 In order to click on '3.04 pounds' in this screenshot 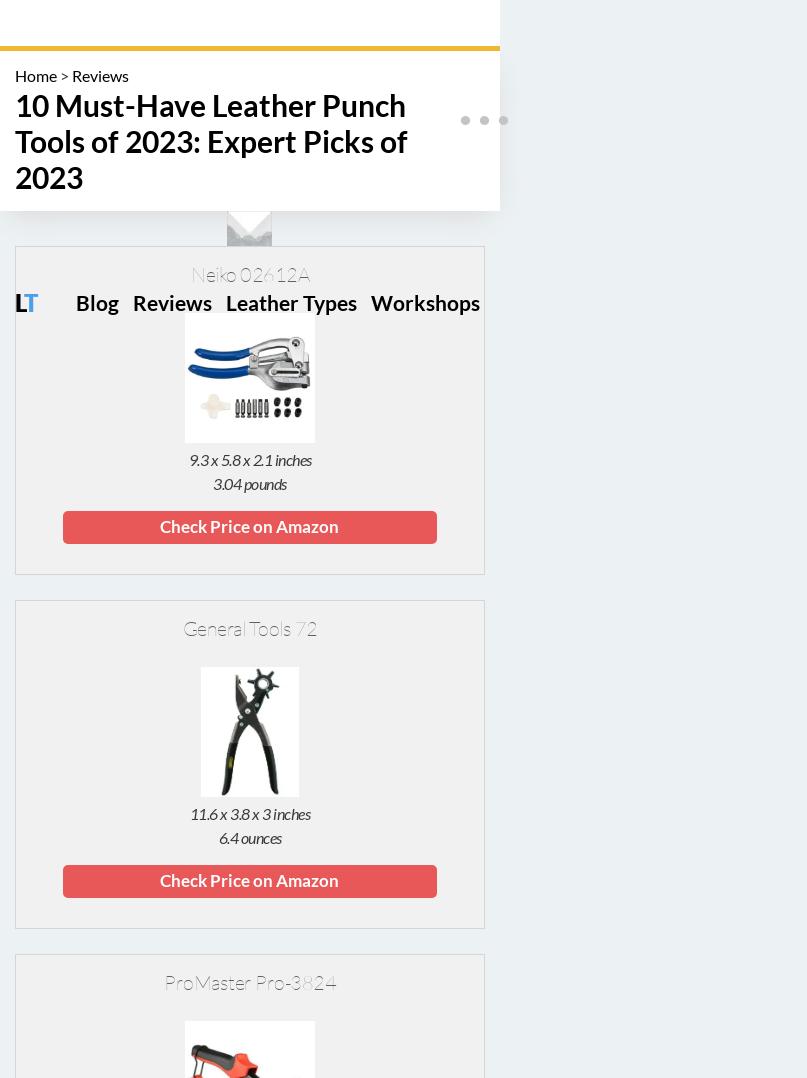, I will do `click(248, 482)`.